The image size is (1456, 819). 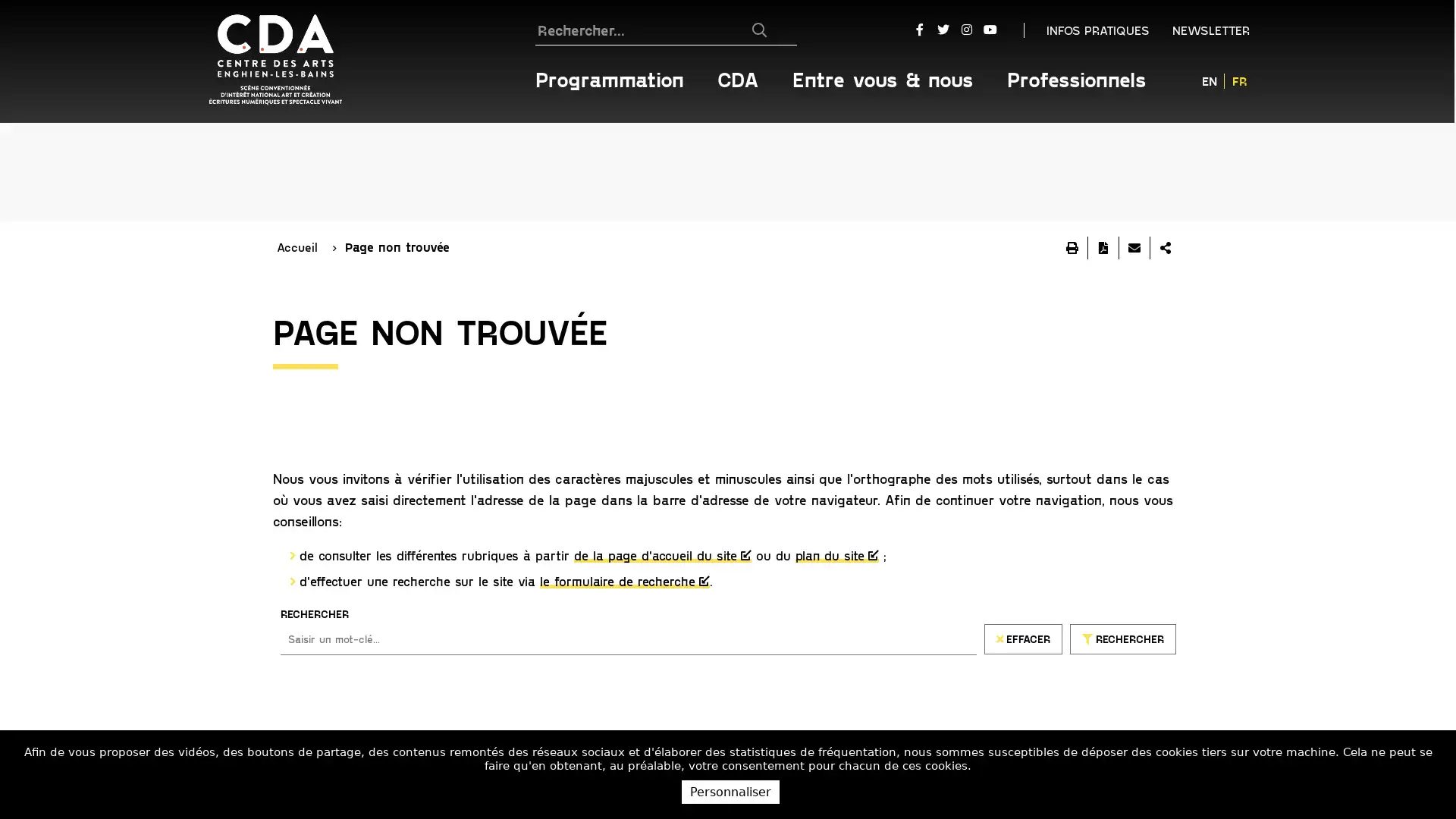 I want to click on Imprimer cette page, so click(x=1072, y=149).